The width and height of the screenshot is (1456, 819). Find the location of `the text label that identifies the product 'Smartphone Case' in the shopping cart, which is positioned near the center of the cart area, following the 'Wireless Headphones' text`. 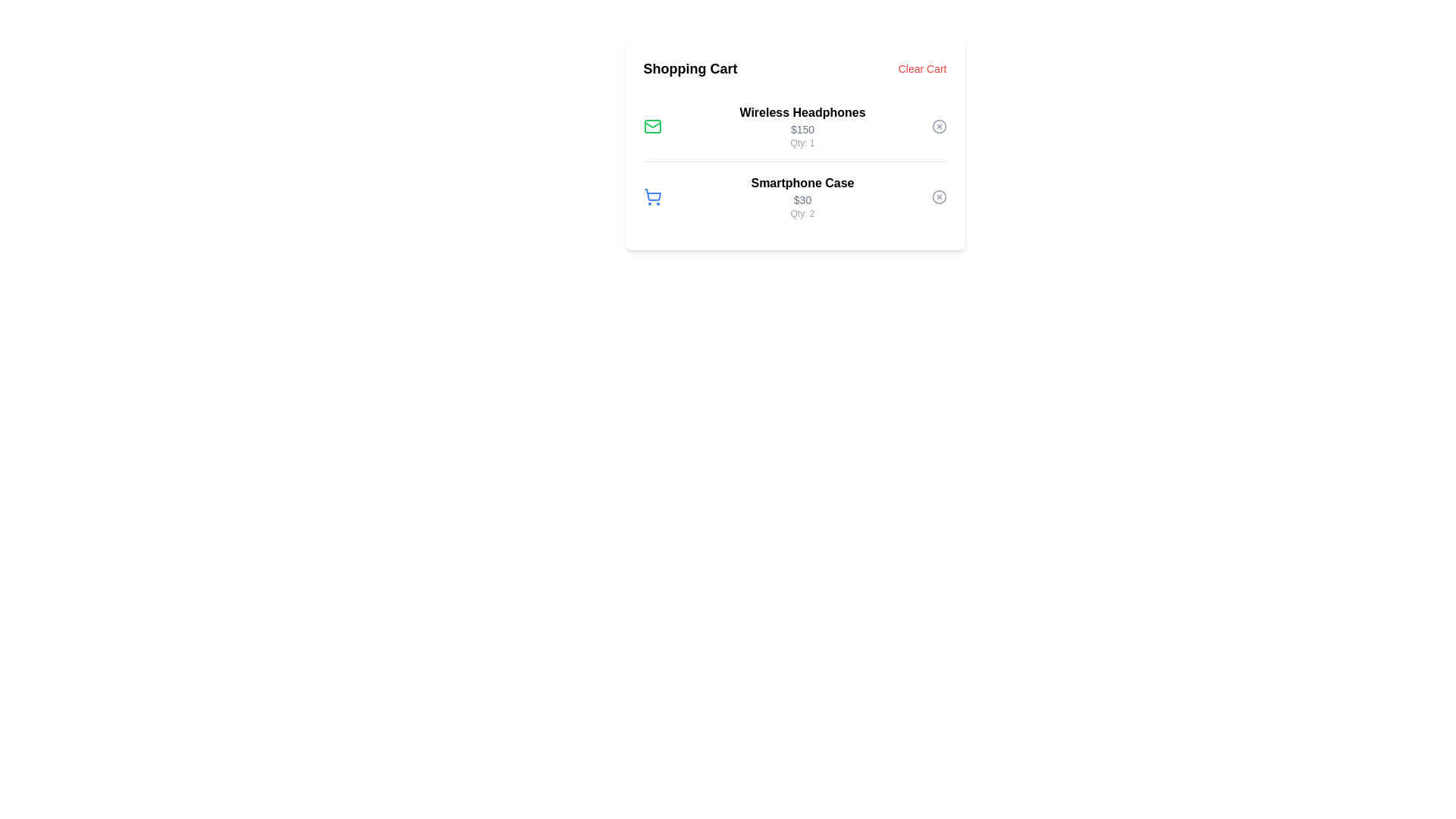

the text label that identifies the product 'Smartphone Case' in the shopping cart, which is positioned near the center of the cart area, following the 'Wireless Headphones' text is located at coordinates (802, 183).